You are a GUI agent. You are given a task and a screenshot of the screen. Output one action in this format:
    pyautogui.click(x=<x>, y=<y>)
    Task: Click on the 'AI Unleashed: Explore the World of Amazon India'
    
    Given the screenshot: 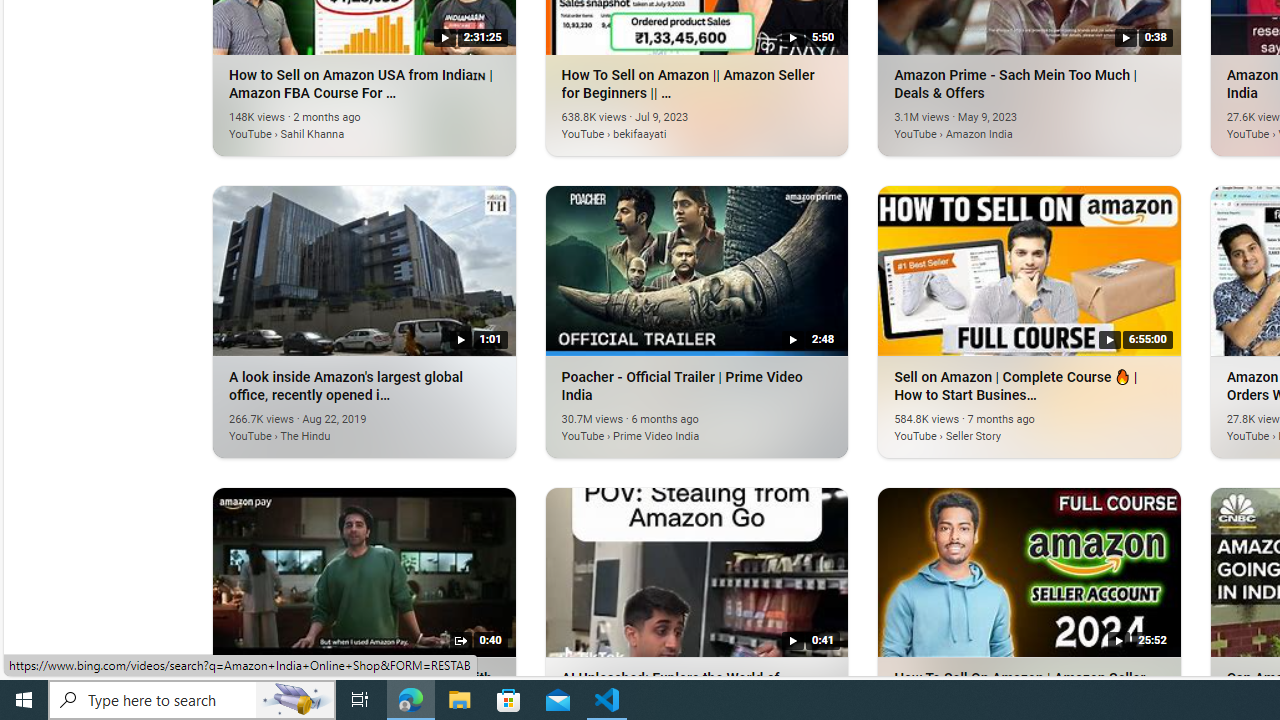 What is the action you would take?
    pyautogui.click(x=696, y=571)
    